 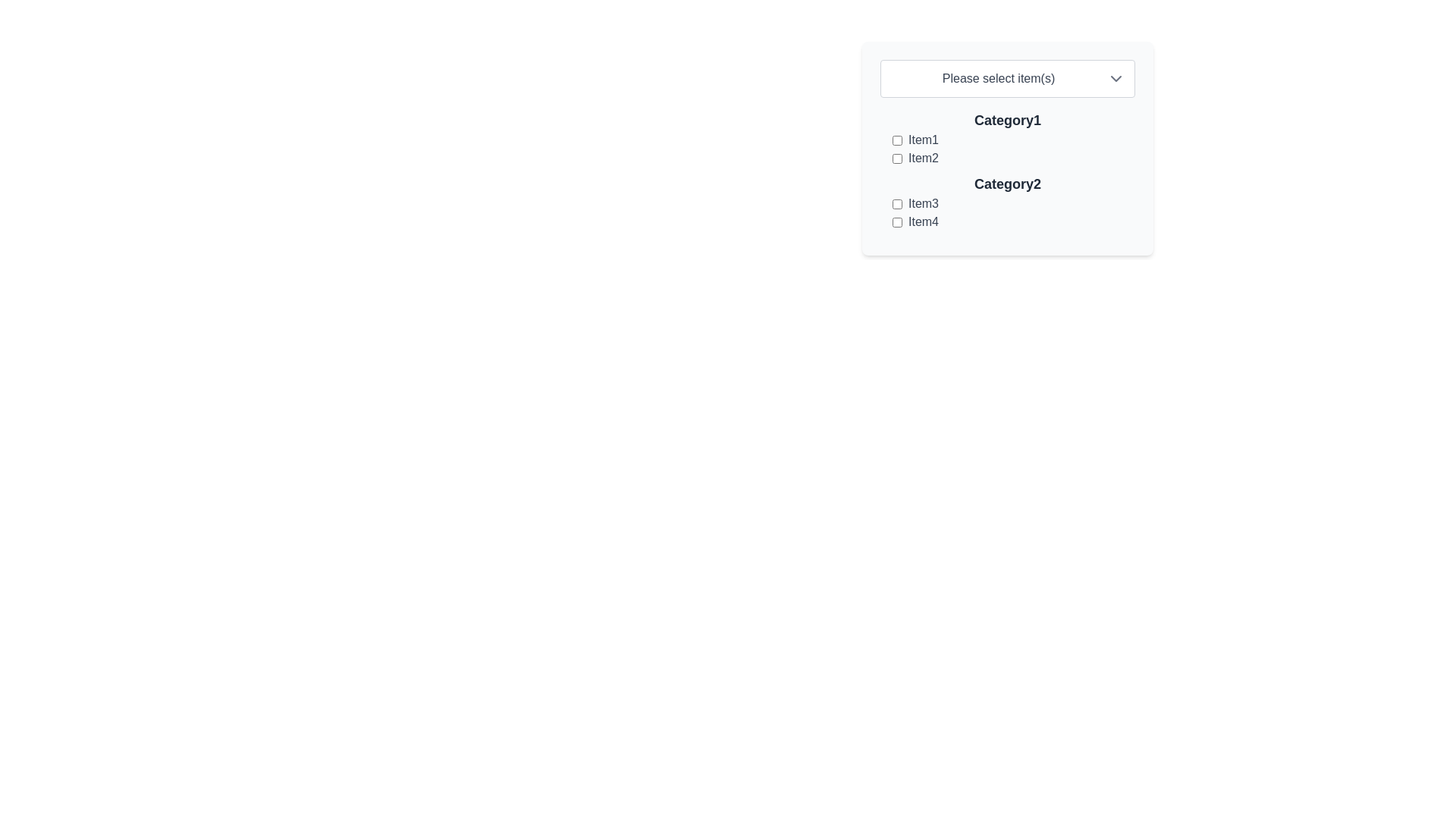 What do you see at coordinates (923, 203) in the screenshot?
I see `the text label displaying 'Item3' in gray font, aligned to the right of a checkbox under the heading 'Category2'` at bounding box center [923, 203].